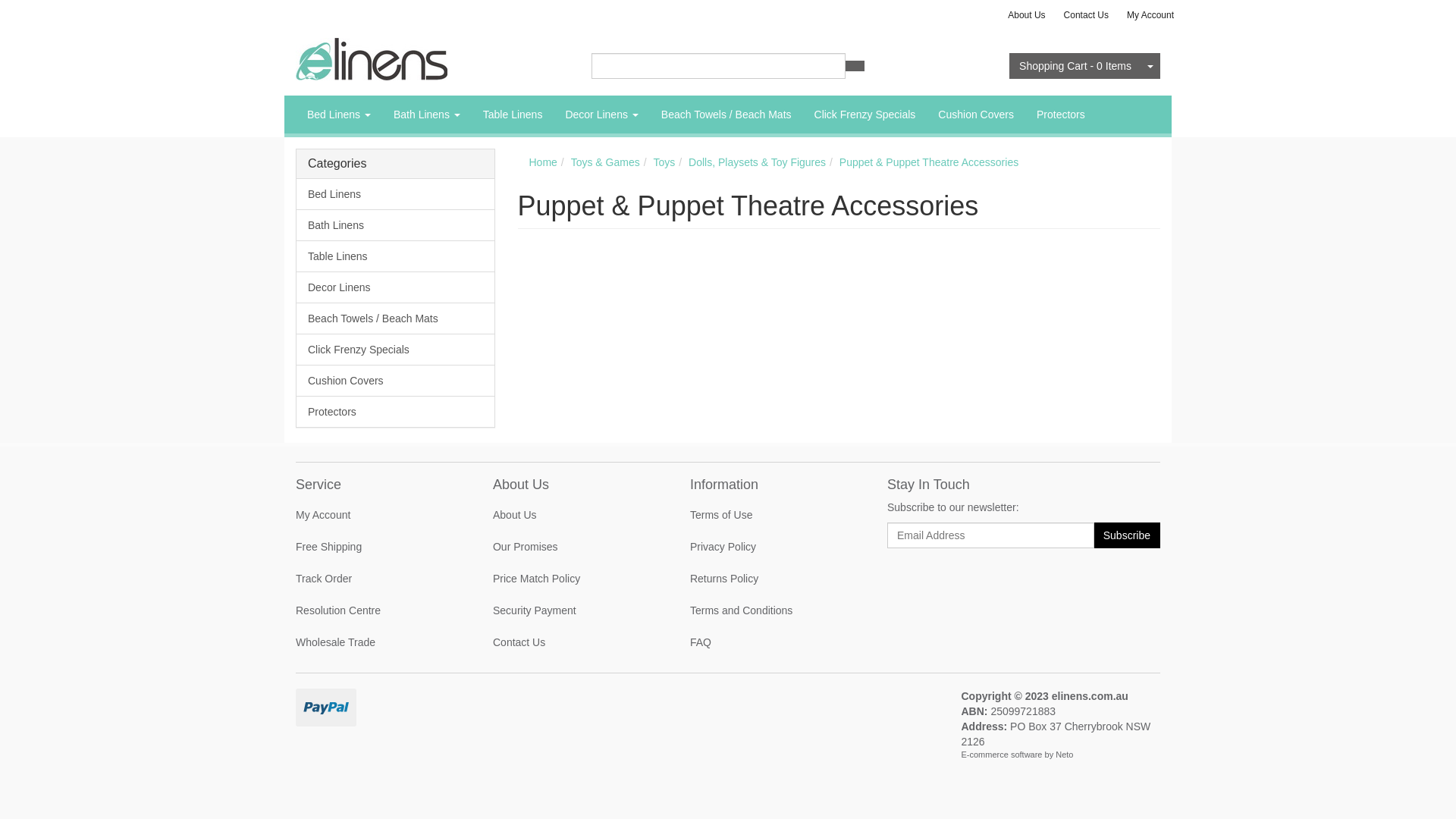  Describe the element at coordinates (480, 610) in the screenshot. I see `'Security Payment'` at that location.